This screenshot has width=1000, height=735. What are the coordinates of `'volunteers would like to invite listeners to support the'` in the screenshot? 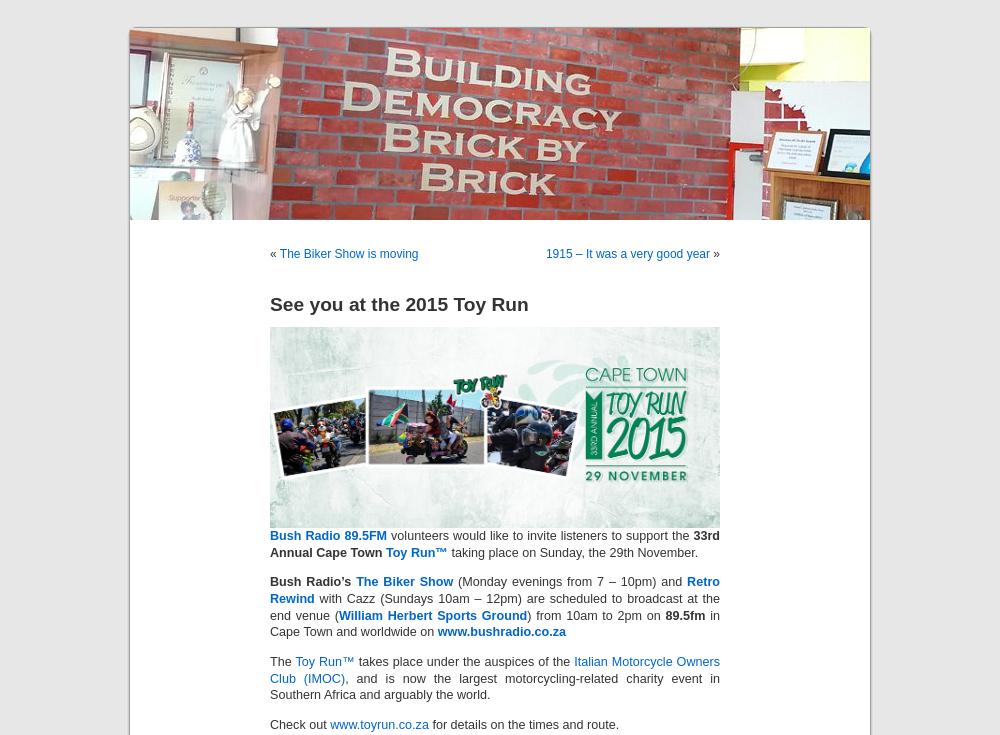 It's located at (540, 534).